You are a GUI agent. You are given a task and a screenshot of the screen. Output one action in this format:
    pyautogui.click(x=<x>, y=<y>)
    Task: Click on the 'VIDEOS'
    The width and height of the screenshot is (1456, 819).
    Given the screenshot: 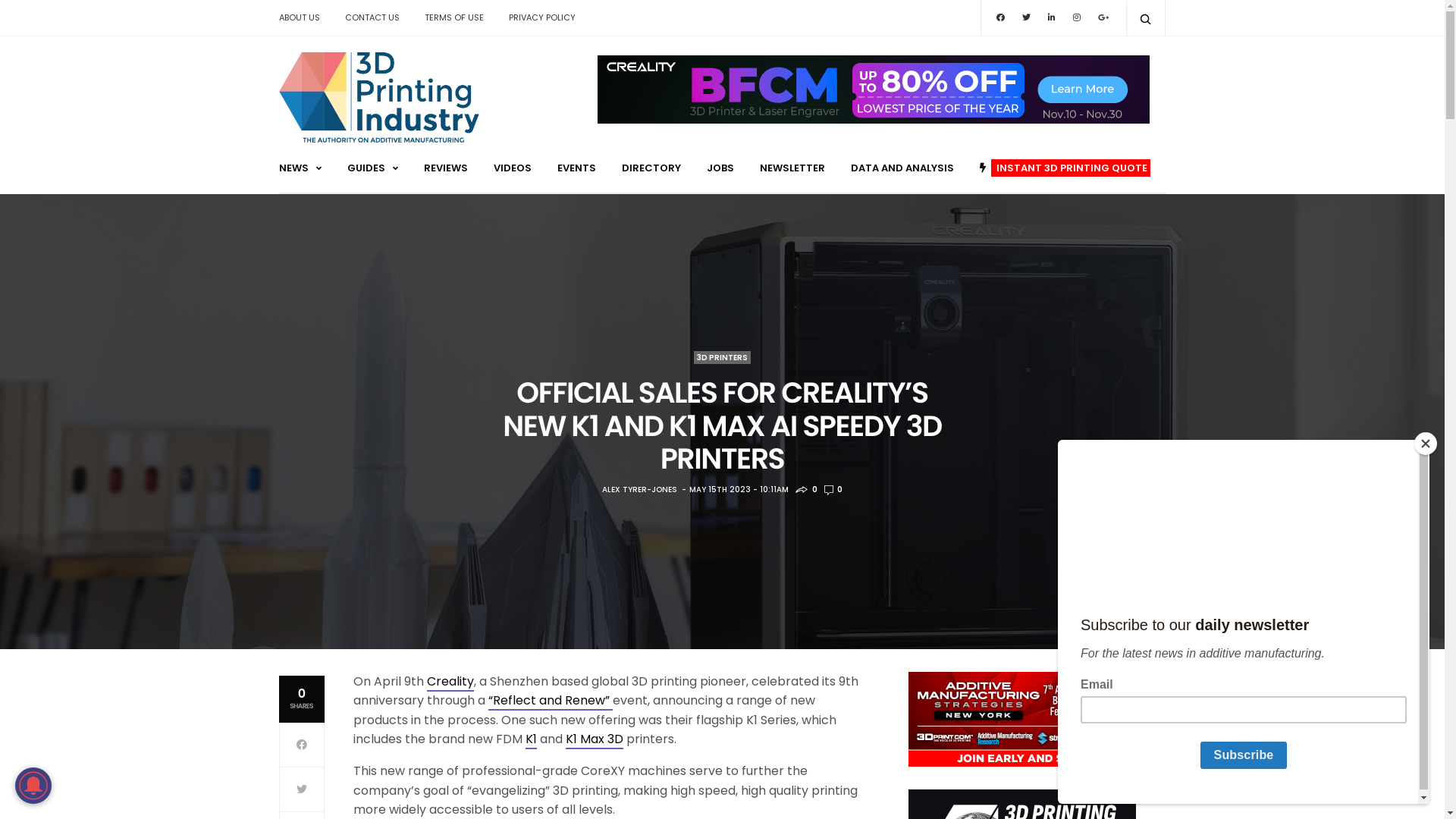 What is the action you would take?
    pyautogui.click(x=512, y=168)
    